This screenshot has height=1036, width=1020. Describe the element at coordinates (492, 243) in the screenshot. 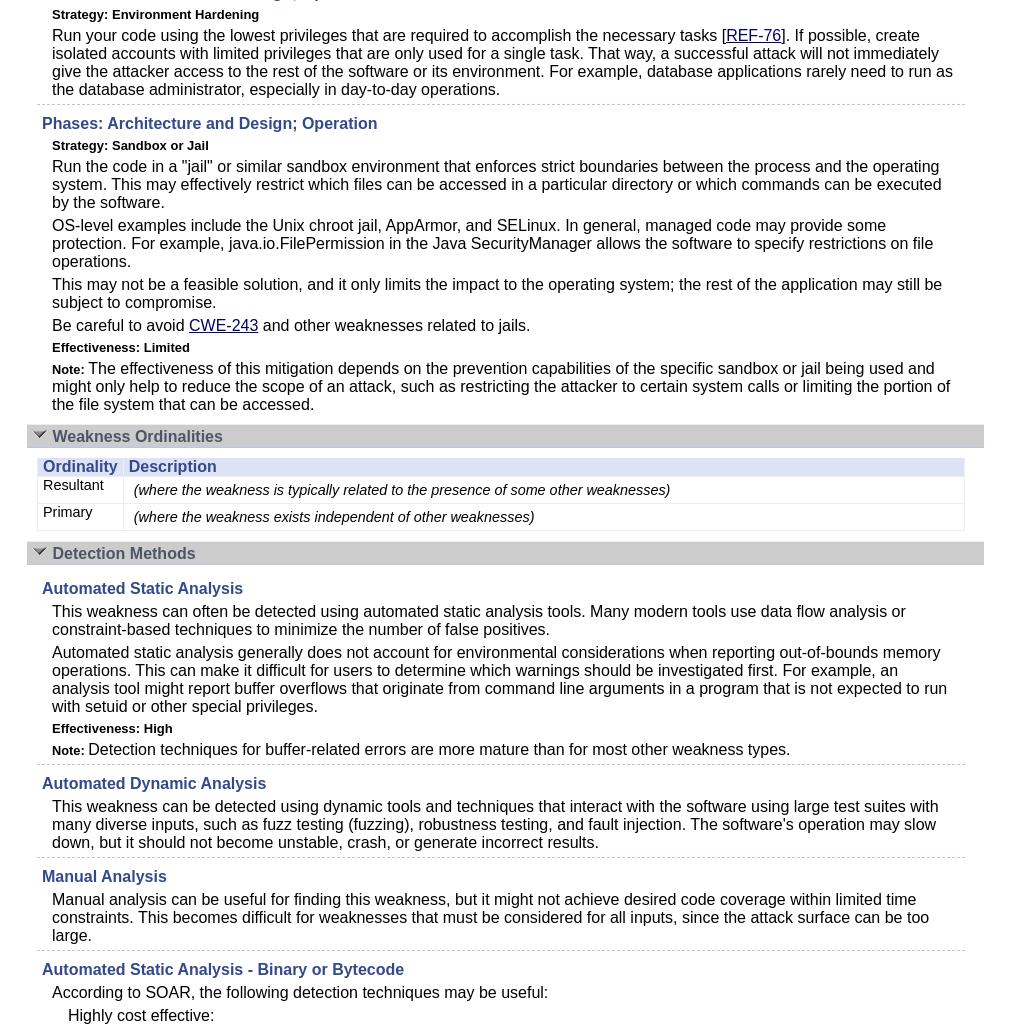

I see `'OS-level examples include the Unix chroot jail, AppArmor, and SELinux. In general, managed code may provide some protection. For example, java.io.FilePermission in the Java SecurityManager allows the software to specify restrictions on file operations.'` at that location.